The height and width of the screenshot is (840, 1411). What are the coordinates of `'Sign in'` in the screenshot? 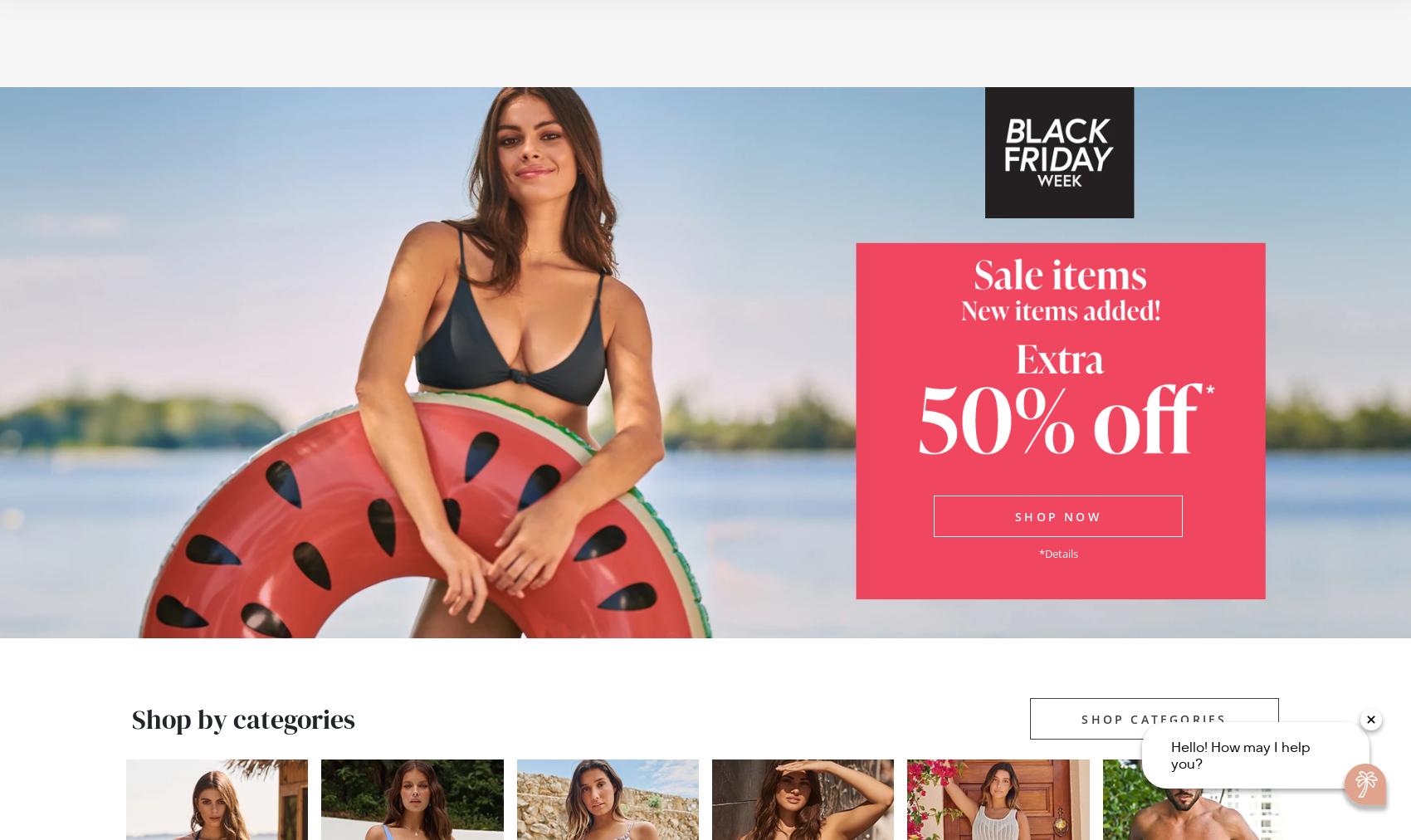 It's located at (1153, 61).